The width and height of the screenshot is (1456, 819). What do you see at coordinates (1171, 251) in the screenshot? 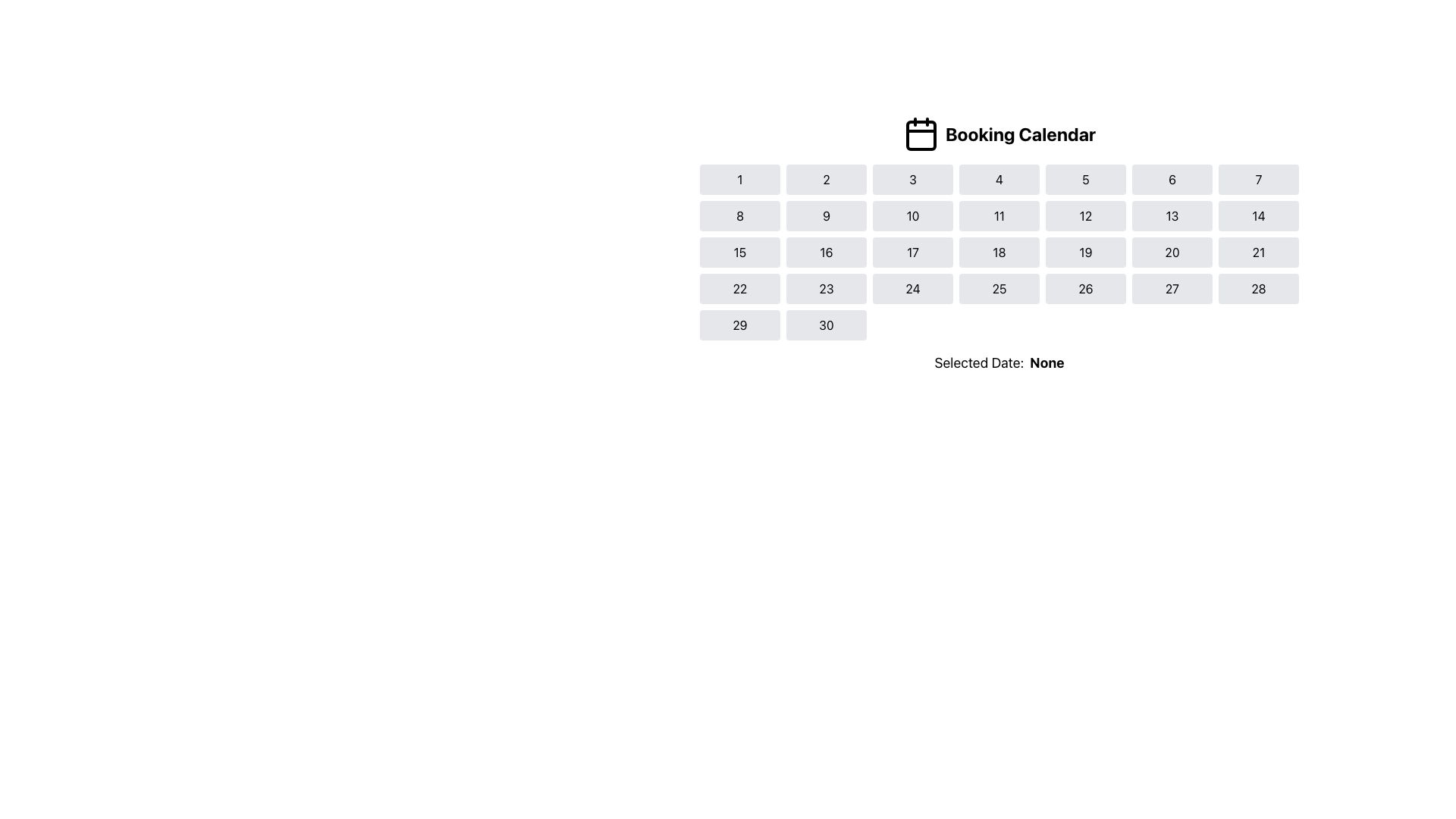
I see `the button with the number '20' in the third row and sixth column of the calendar grid` at bounding box center [1171, 251].